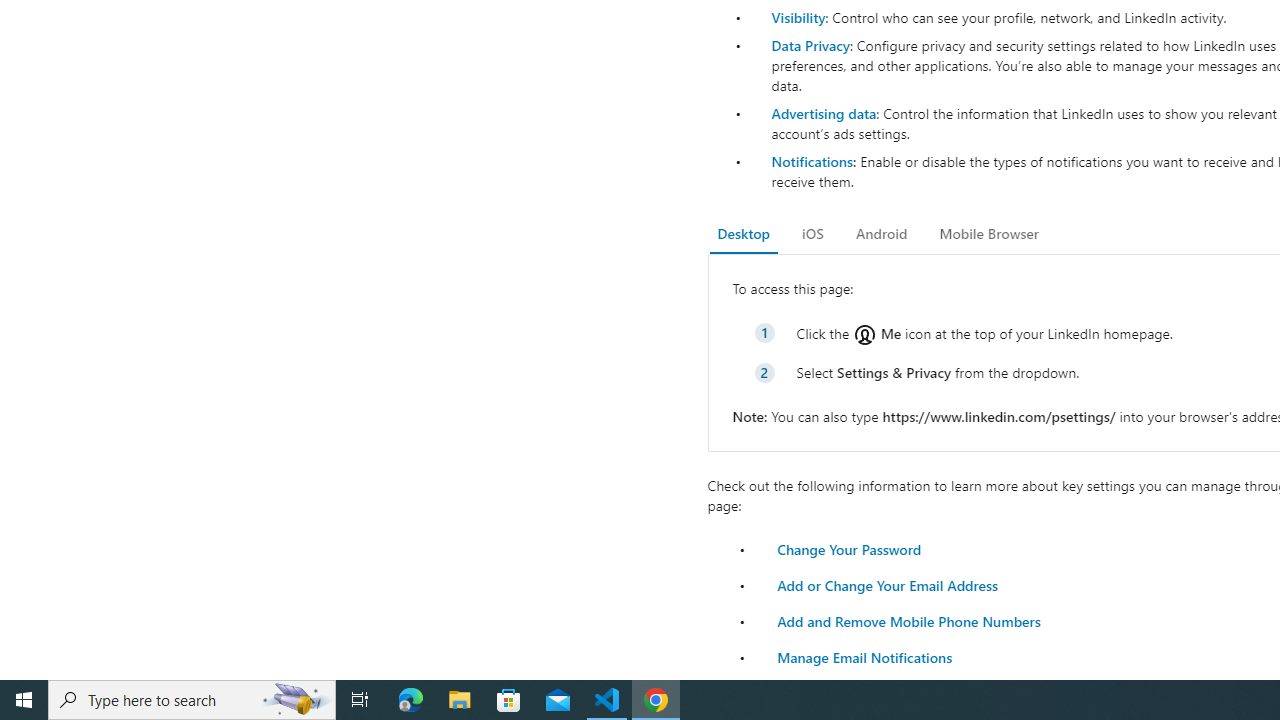 Image resolution: width=1280 pixels, height=720 pixels. I want to click on 'Visibility', so click(797, 17).